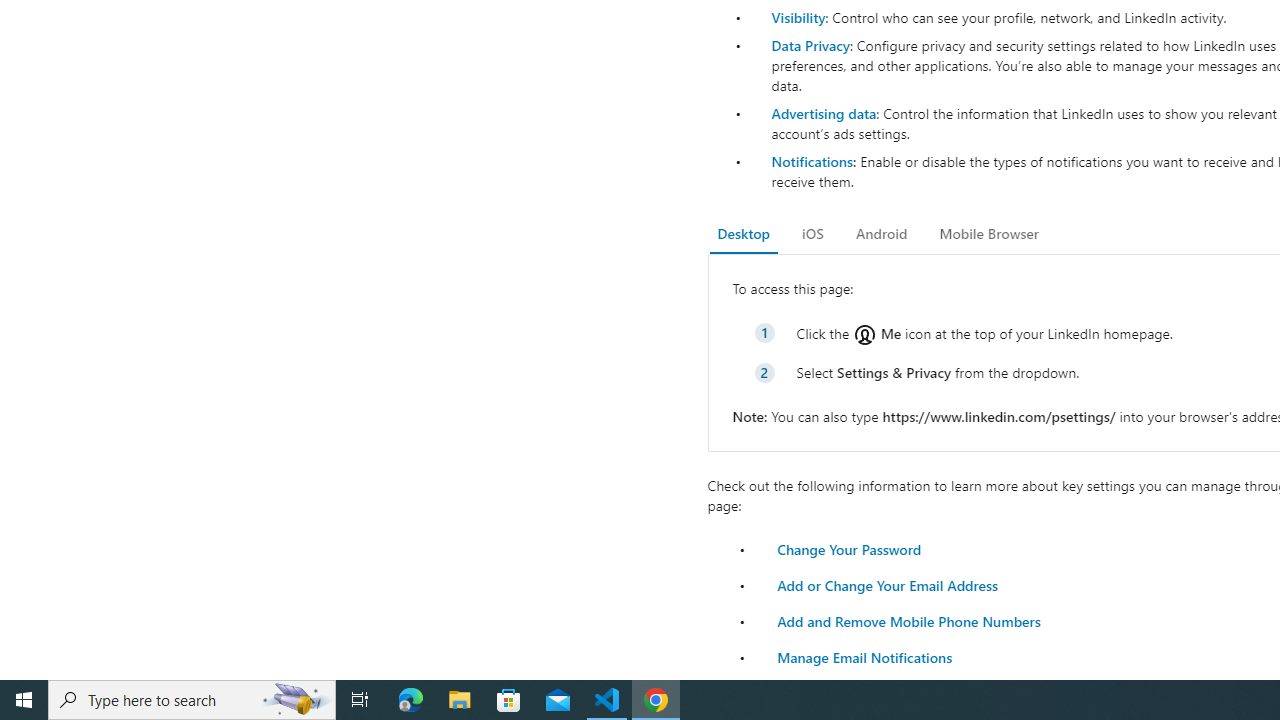 Image resolution: width=1280 pixels, height=720 pixels. I want to click on 'Visibility', so click(797, 17).